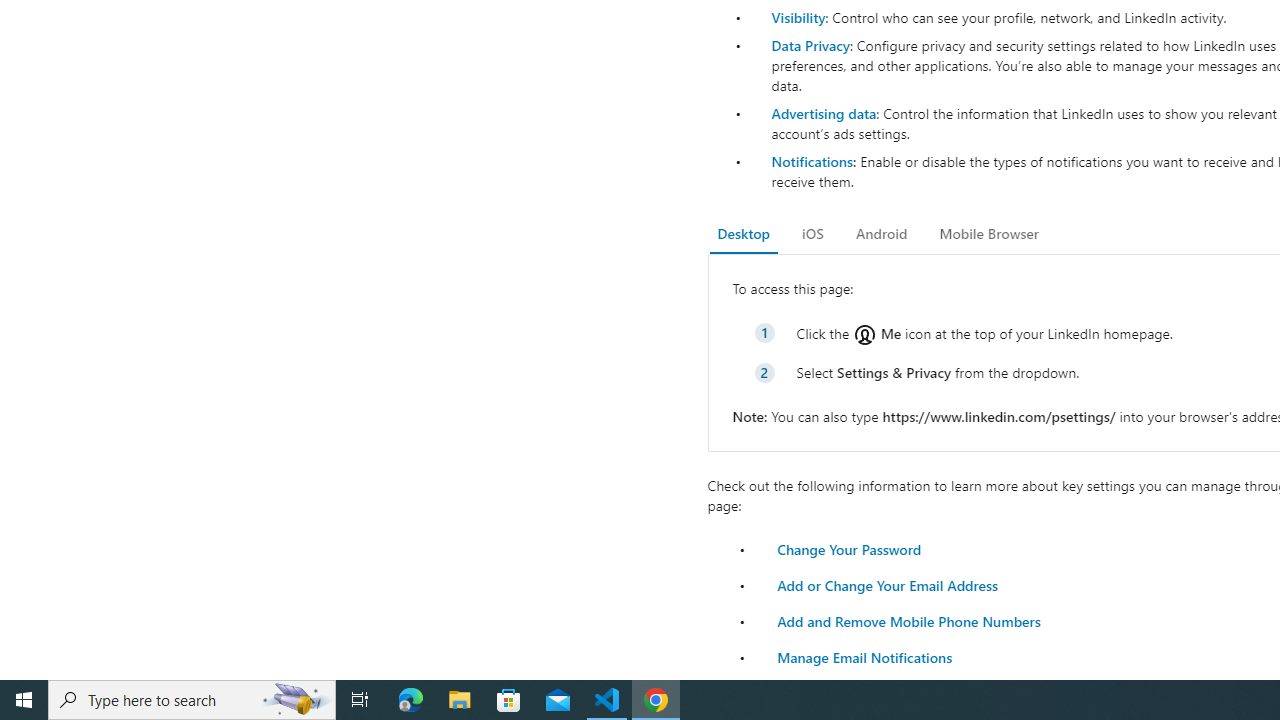 Image resolution: width=1280 pixels, height=720 pixels. I want to click on 'Visibility', so click(797, 17).